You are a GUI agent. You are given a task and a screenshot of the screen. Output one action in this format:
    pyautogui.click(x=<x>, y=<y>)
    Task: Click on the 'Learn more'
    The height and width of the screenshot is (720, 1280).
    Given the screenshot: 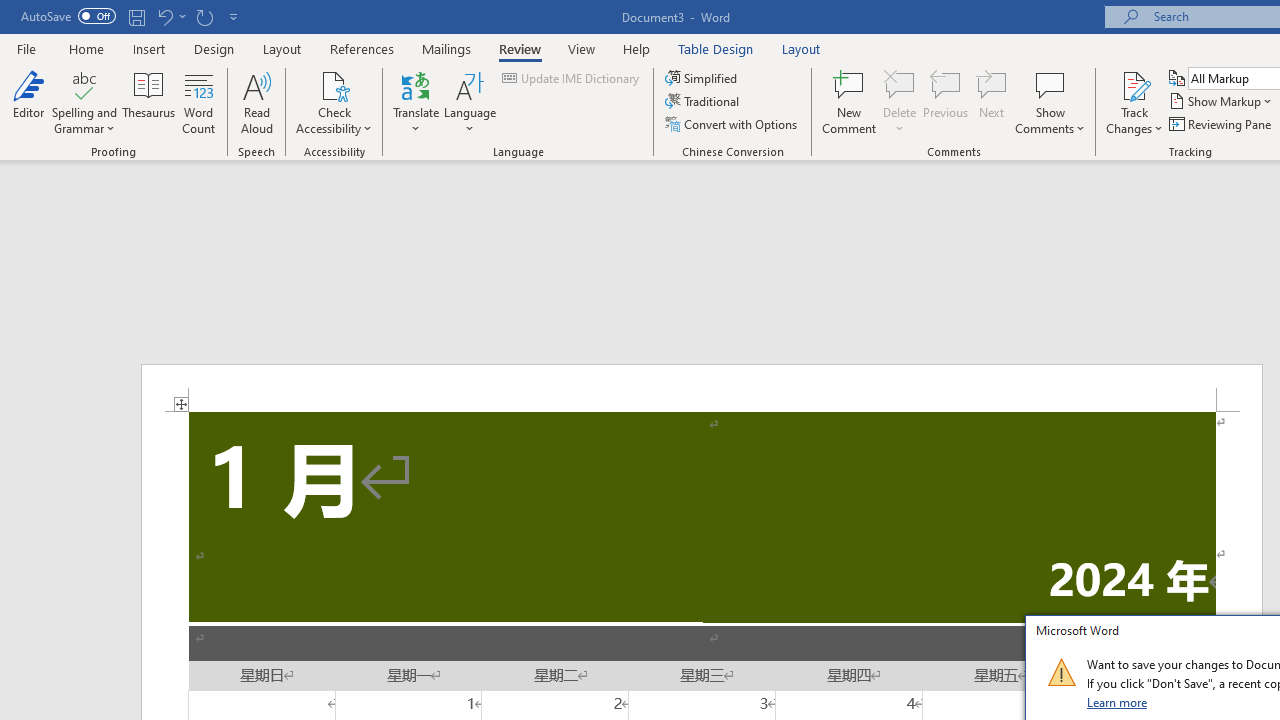 What is the action you would take?
    pyautogui.click(x=1117, y=701)
    